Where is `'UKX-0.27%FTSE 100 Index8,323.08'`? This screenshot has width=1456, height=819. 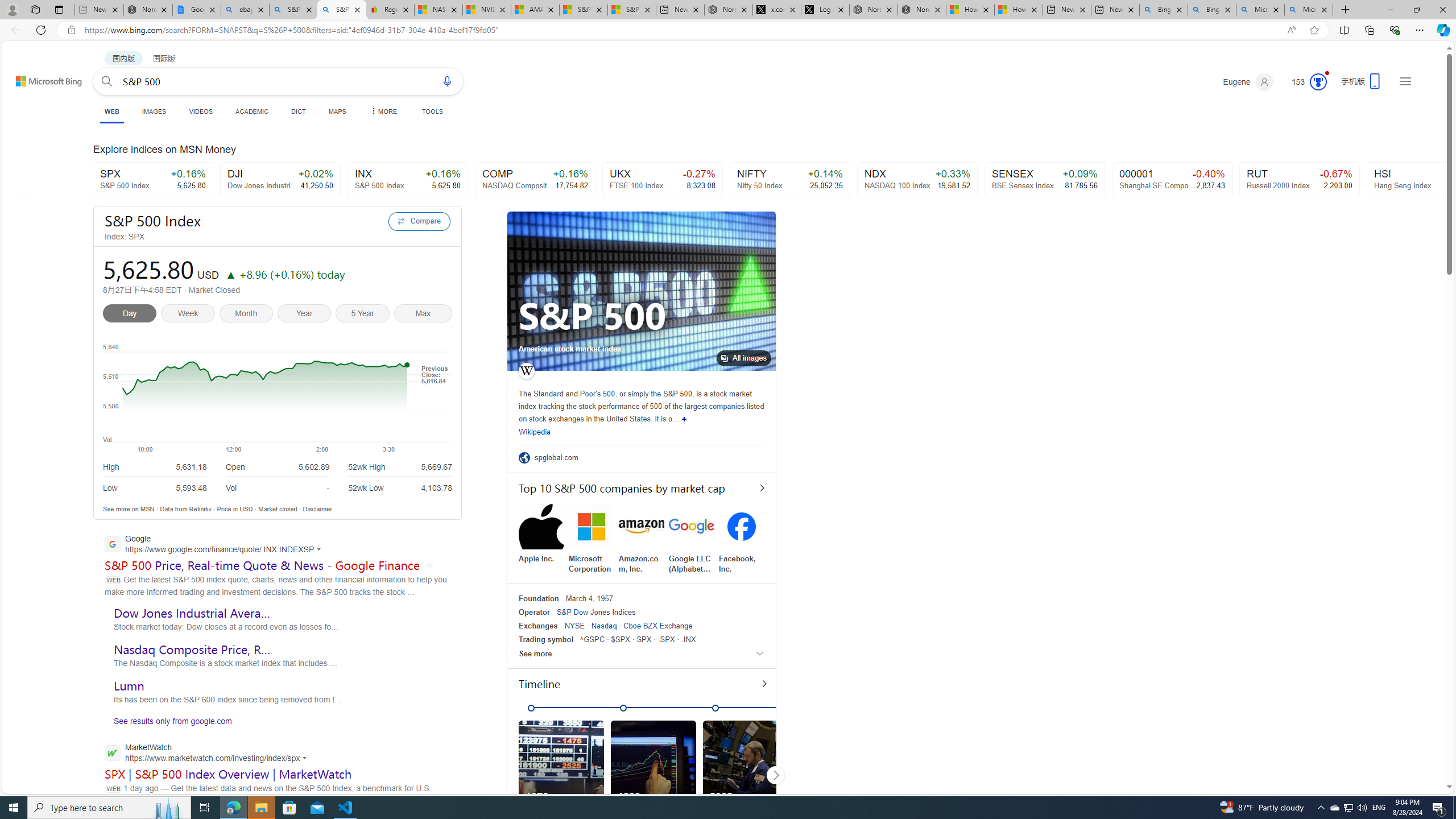
'UKX-0.27%FTSE 100 Index8,323.08' is located at coordinates (661, 179).